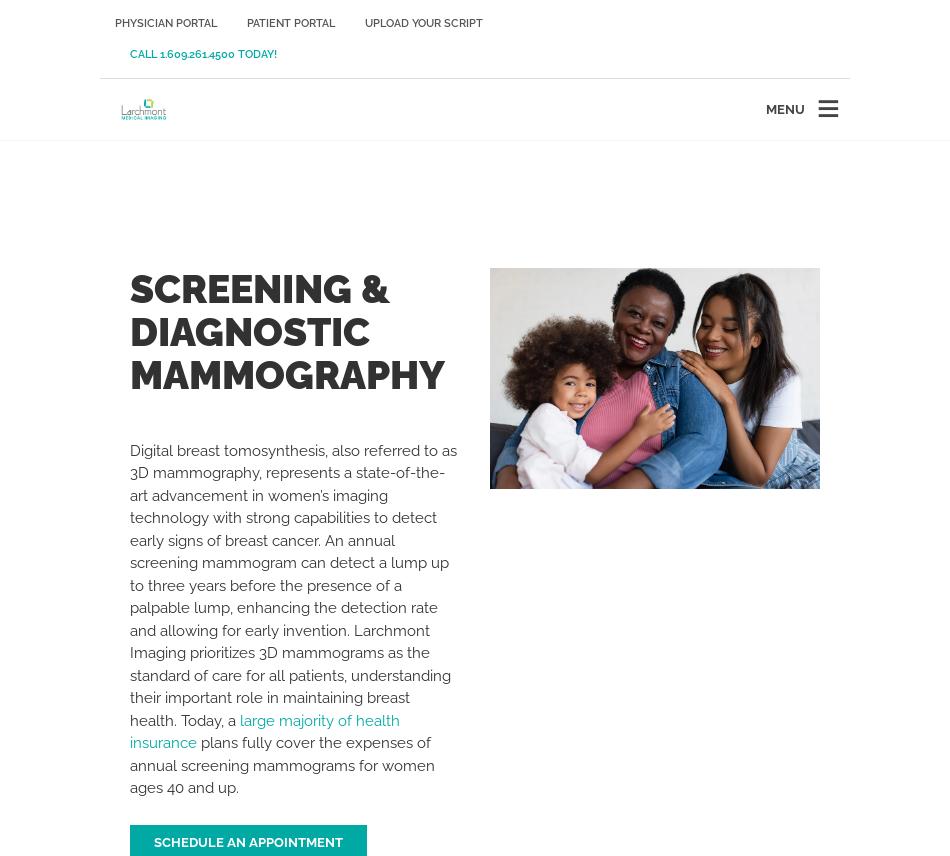  Describe the element at coordinates (292, 584) in the screenshot. I see `'Digital breast tomosynthesis, also referred to as 3D mammography, represents a state-of-the-art advancement in women’s imaging technology with strong capabilities to detect early signs of breast cancer. An annual screening mammogram can detect a lump up to three years before the presence of a palpable lump, enhancing the detection rate and allowing for early invention. Larchmont Imaging prioritizes 3D mammograms as the standard of care for all patients, understanding their important role in maintaining breast health. Today, a'` at that location.